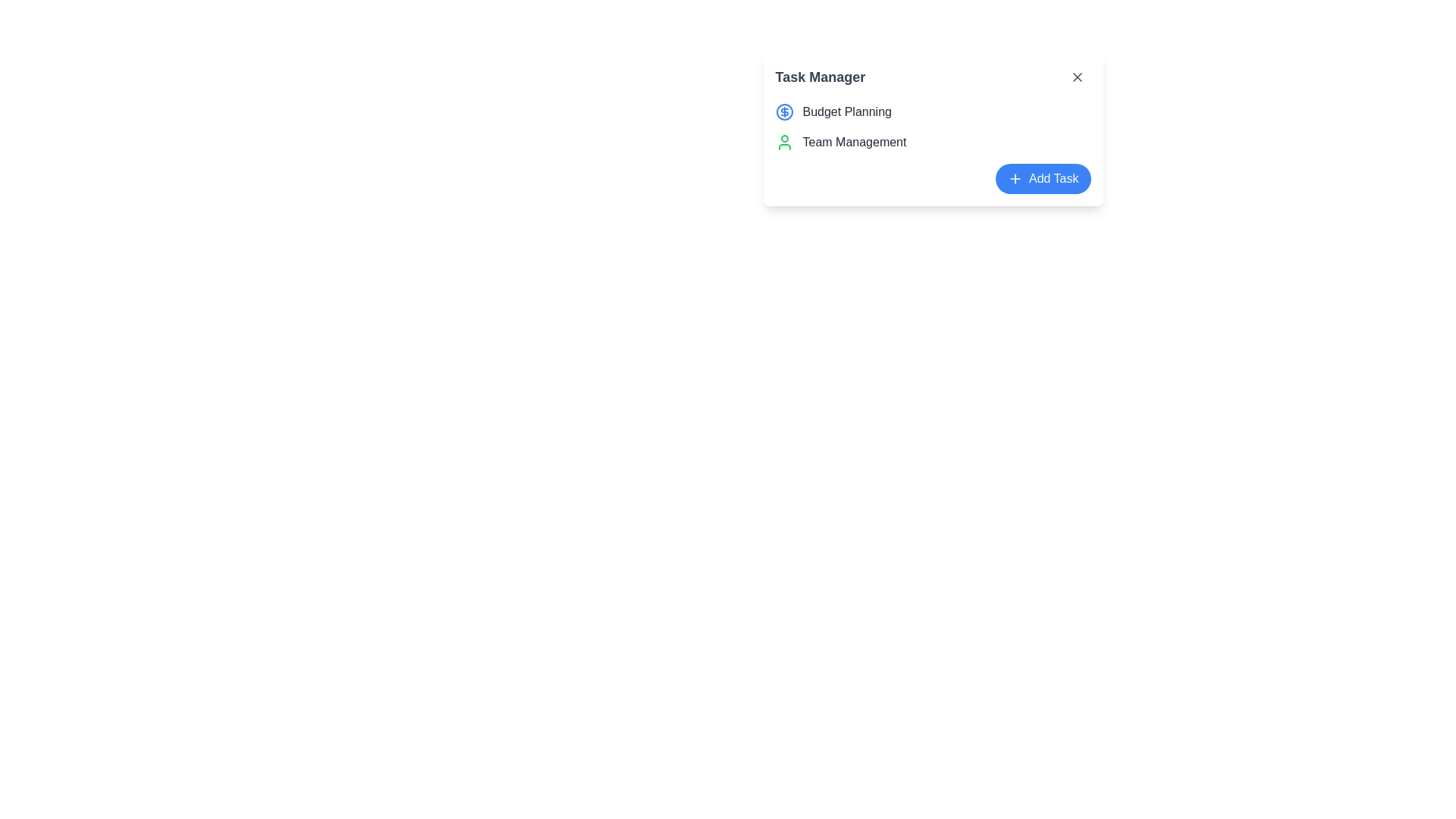 The width and height of the screenshot is (1456, 819). Describe the element at coordinates (1076, 77) in the screenshot. I see `the close icon button located in the top-right corner of the 'Task Manager' card` at that location.